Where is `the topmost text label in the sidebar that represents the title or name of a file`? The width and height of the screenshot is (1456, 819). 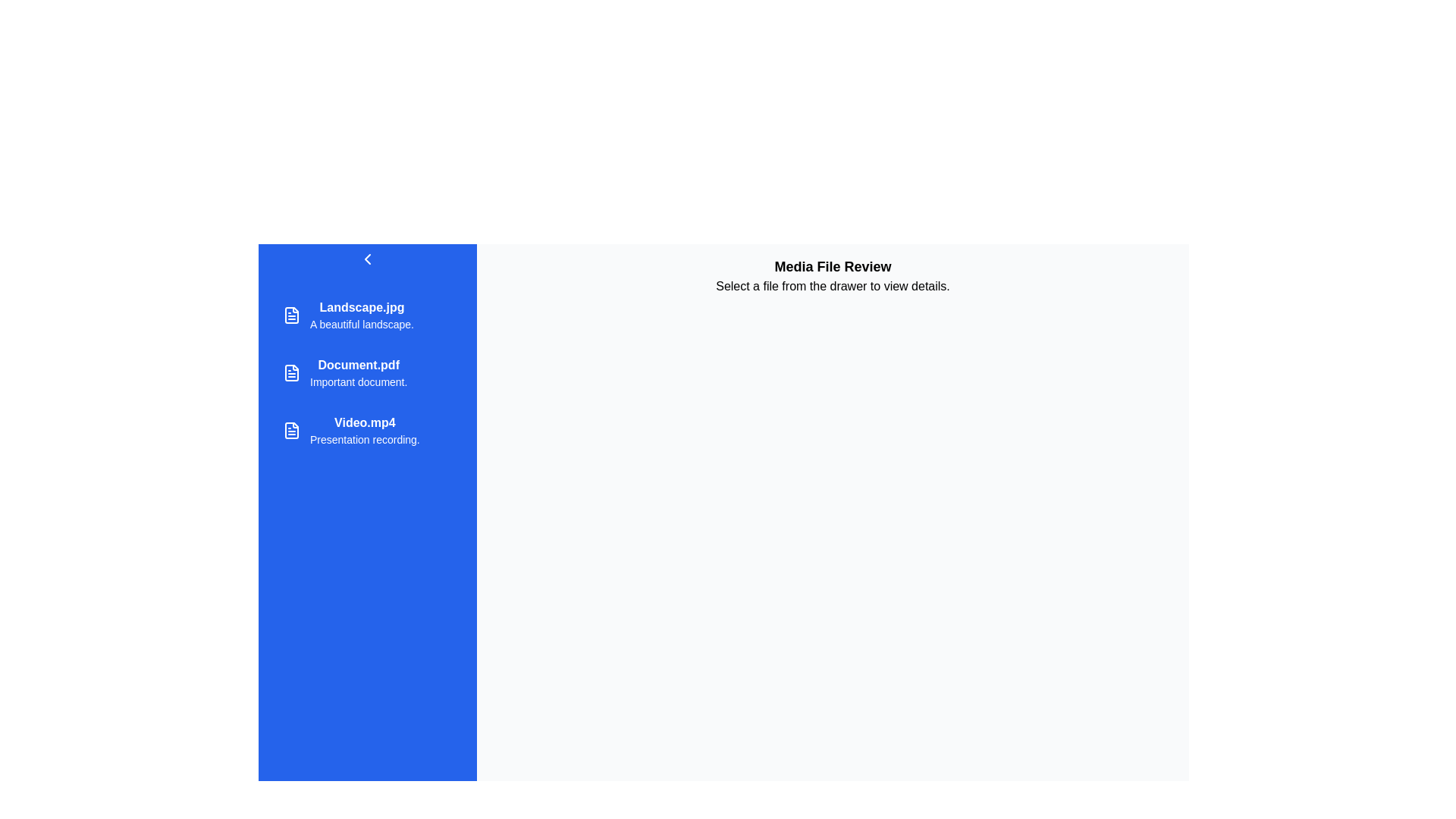 the topmost text label in the sidebar that represents the title or name of a file is located at coordinates (361, 307).